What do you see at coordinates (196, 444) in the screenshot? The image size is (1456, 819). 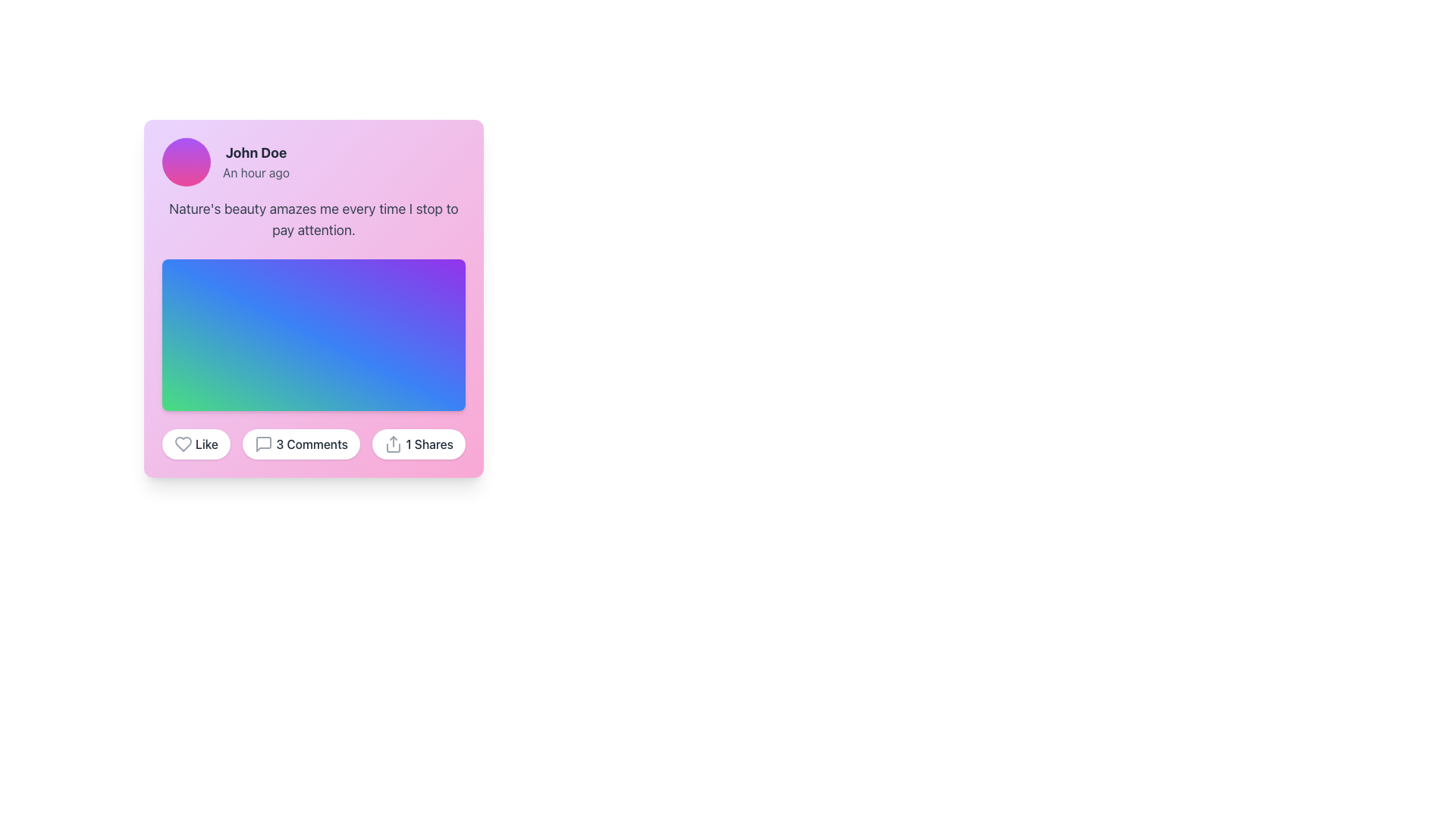 I see `the 'Like' button, which is the first pill-shaped button with a gray heart icon and the text 'Like' in bold dark gray` at bounding box center [196, 444].